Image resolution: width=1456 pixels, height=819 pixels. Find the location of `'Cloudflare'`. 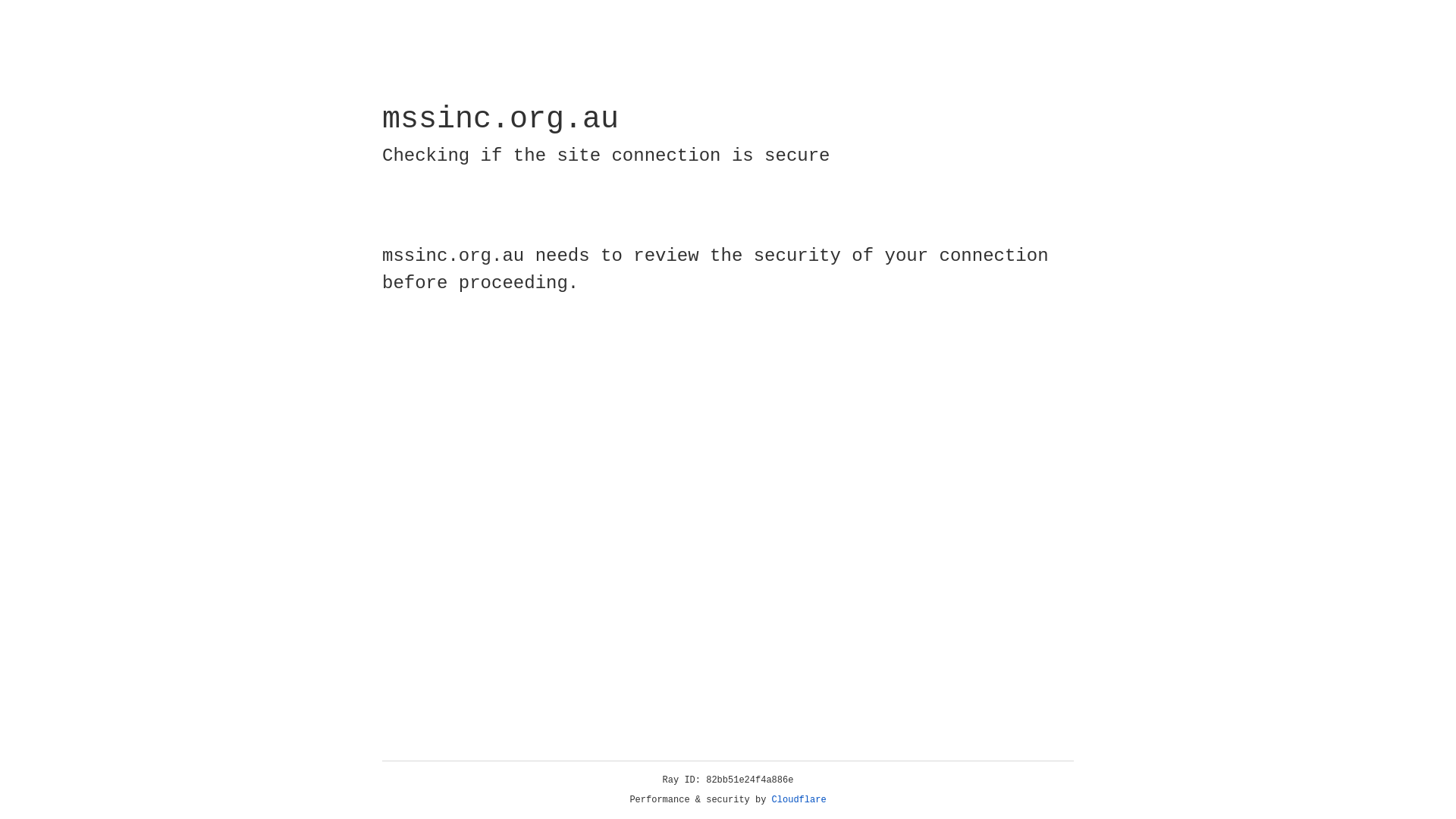

'Cloudflare' is located at coordinates (771, 799).